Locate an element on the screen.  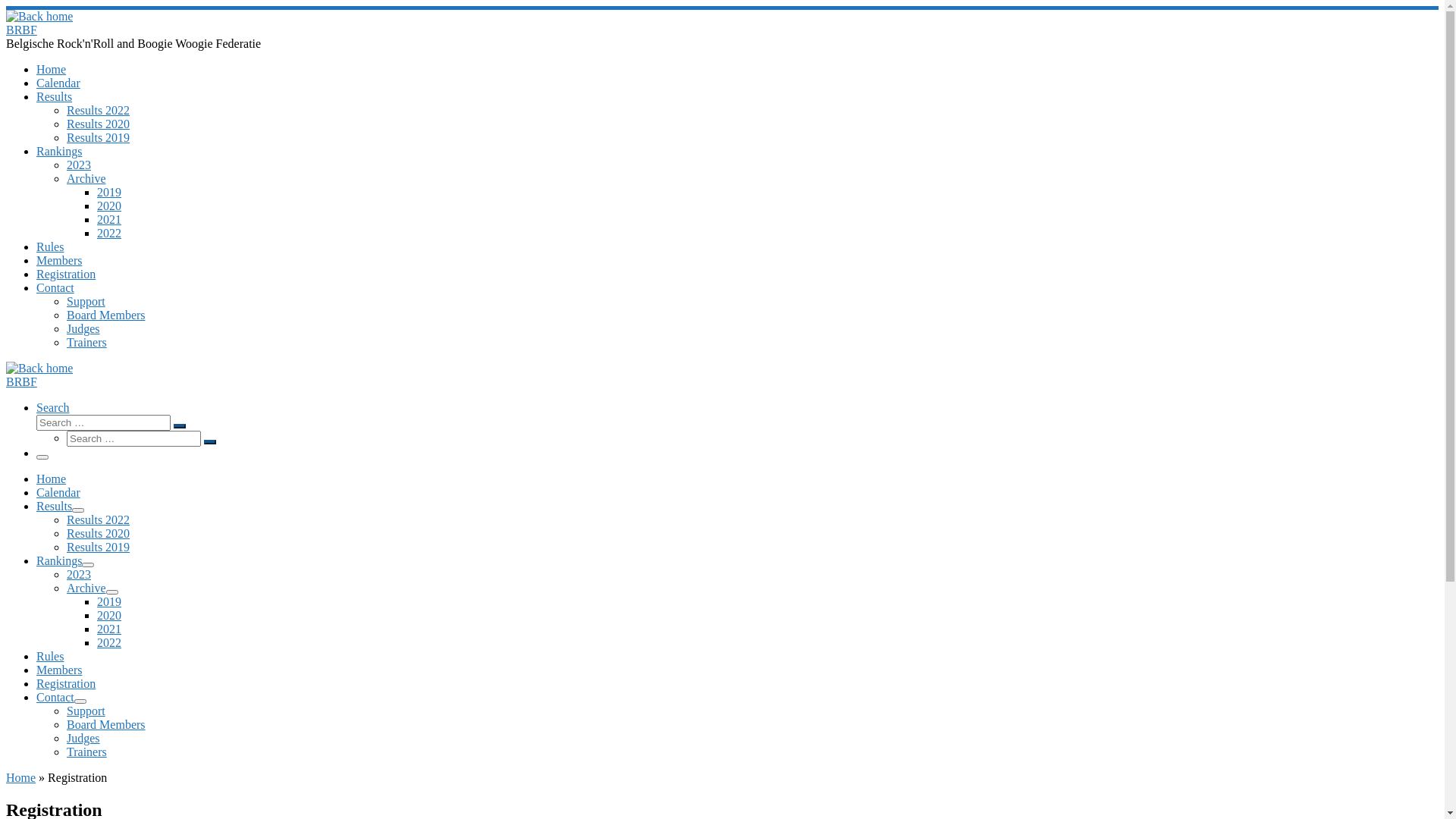
'2023' is located at coordinates (78, 574).